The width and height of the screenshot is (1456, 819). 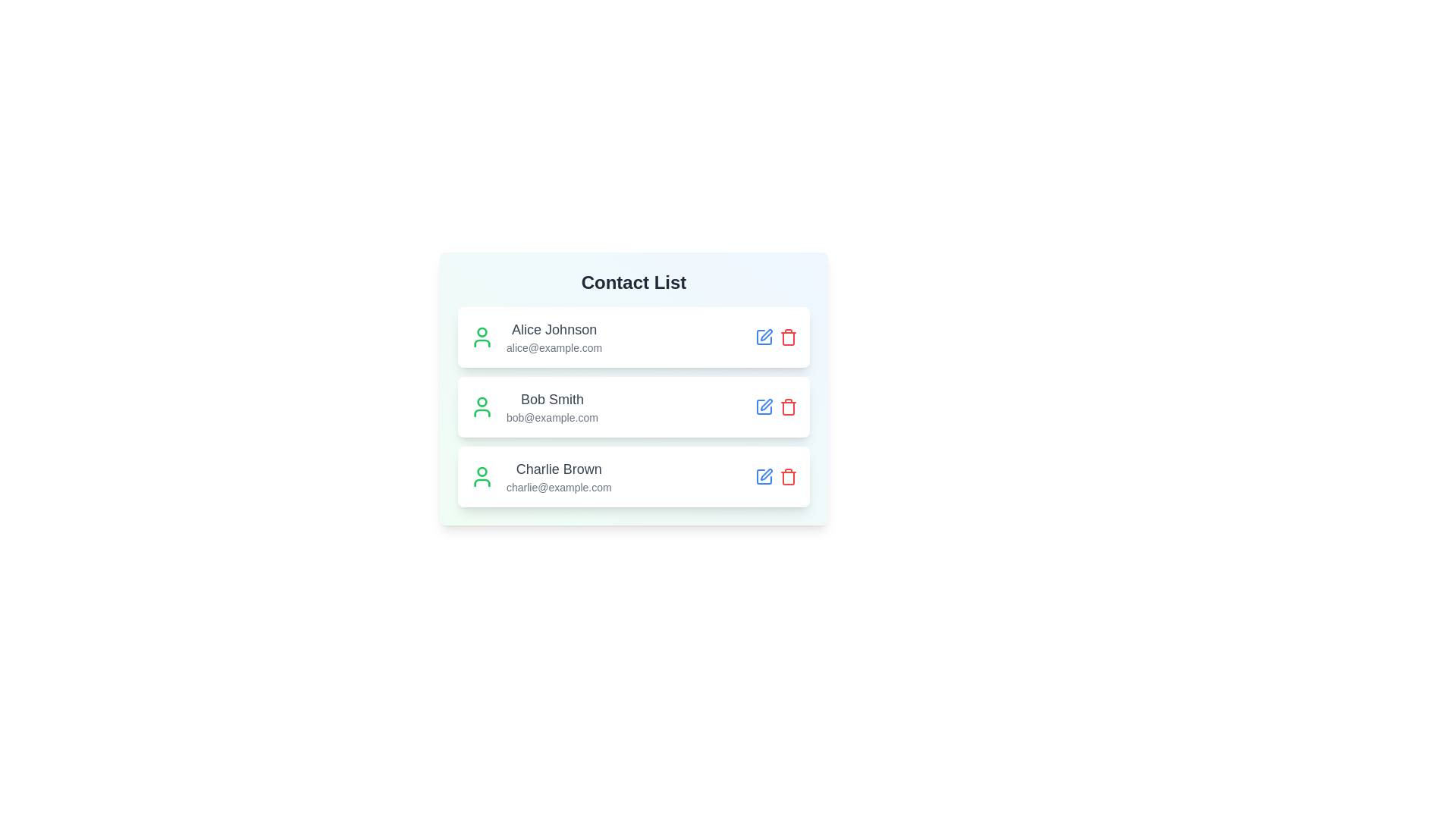 I want to click on the contact corresponding to the Bob Smith by clicking the associated delete button, so click(x=789, y=406).